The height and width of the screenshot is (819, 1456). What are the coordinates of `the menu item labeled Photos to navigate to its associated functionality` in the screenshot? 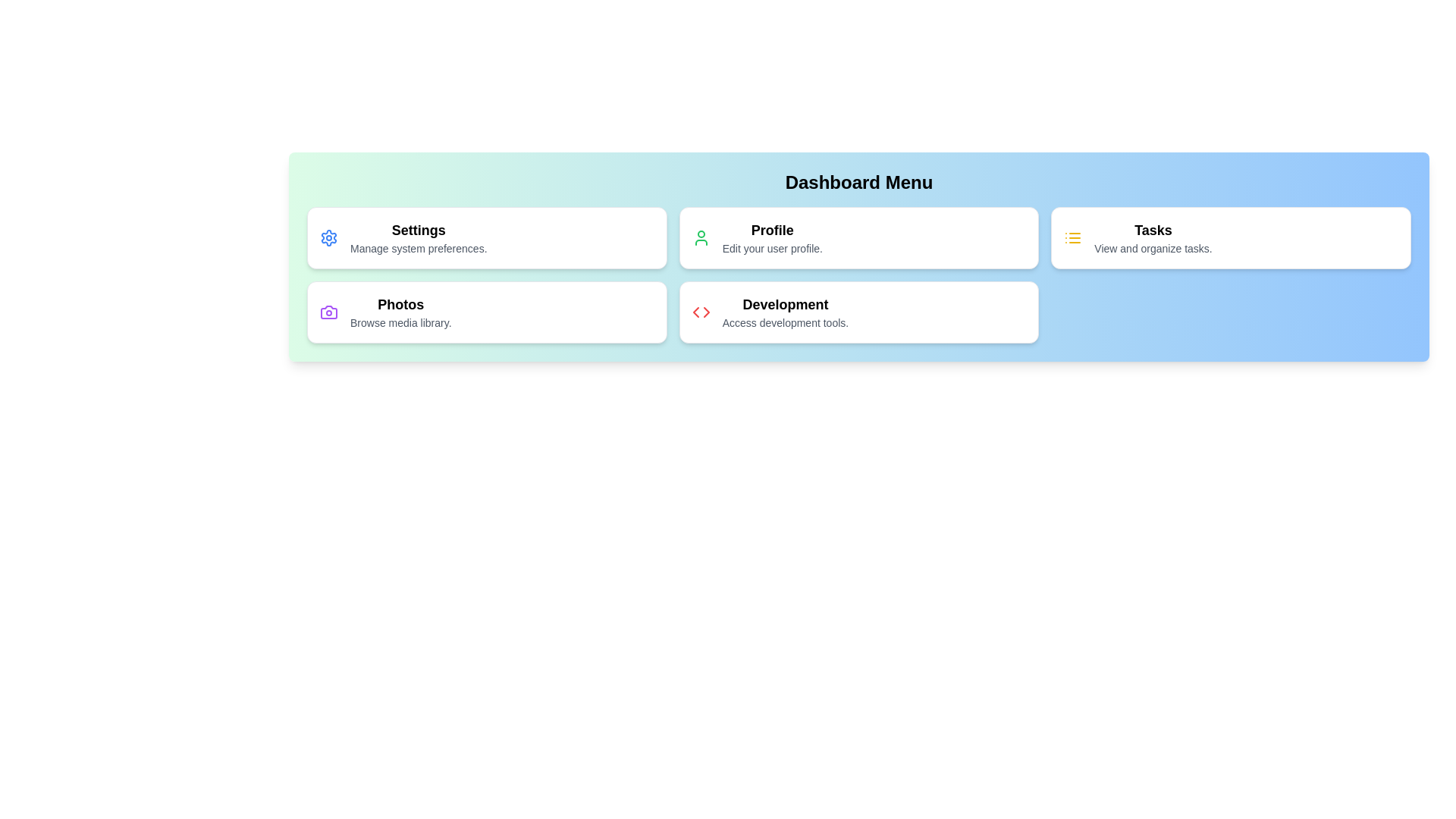 It's located at (487, 312).